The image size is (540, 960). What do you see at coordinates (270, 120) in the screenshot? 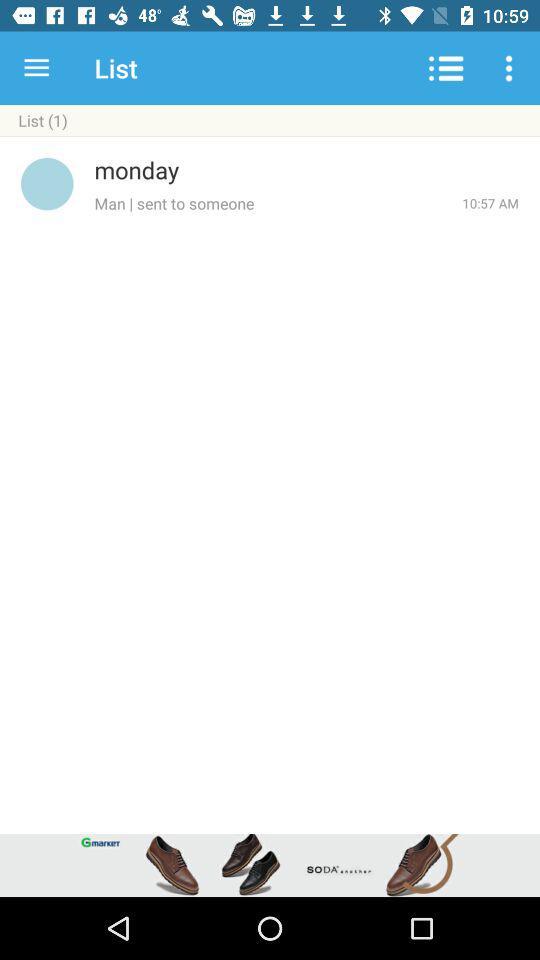
I see `list (1) icon` at bounding box center [270, 120].